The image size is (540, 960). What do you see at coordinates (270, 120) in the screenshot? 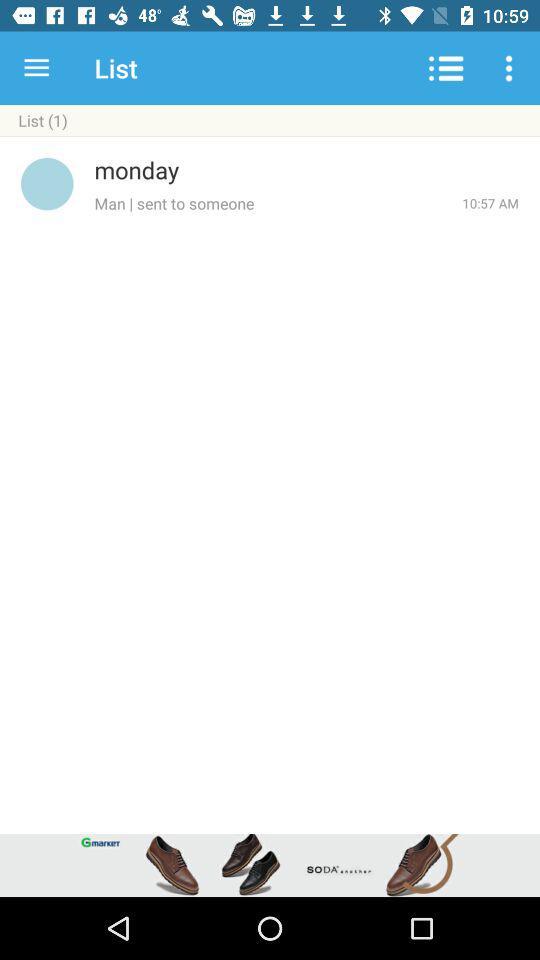
I see `list (1) icon` at bounding box center [270, 120].